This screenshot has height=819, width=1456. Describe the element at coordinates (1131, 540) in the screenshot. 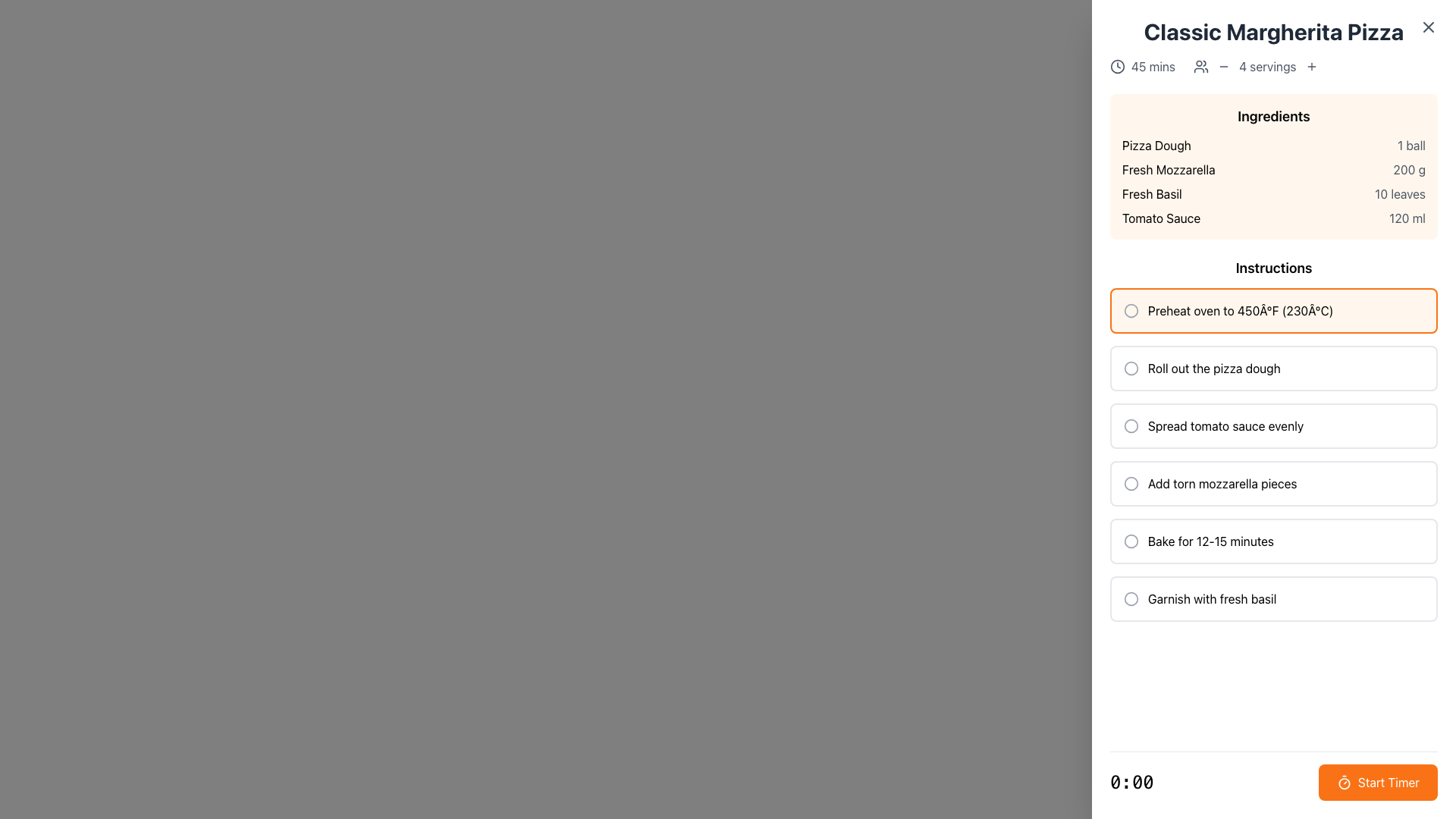

I see `the circular outline icon located` at that location.